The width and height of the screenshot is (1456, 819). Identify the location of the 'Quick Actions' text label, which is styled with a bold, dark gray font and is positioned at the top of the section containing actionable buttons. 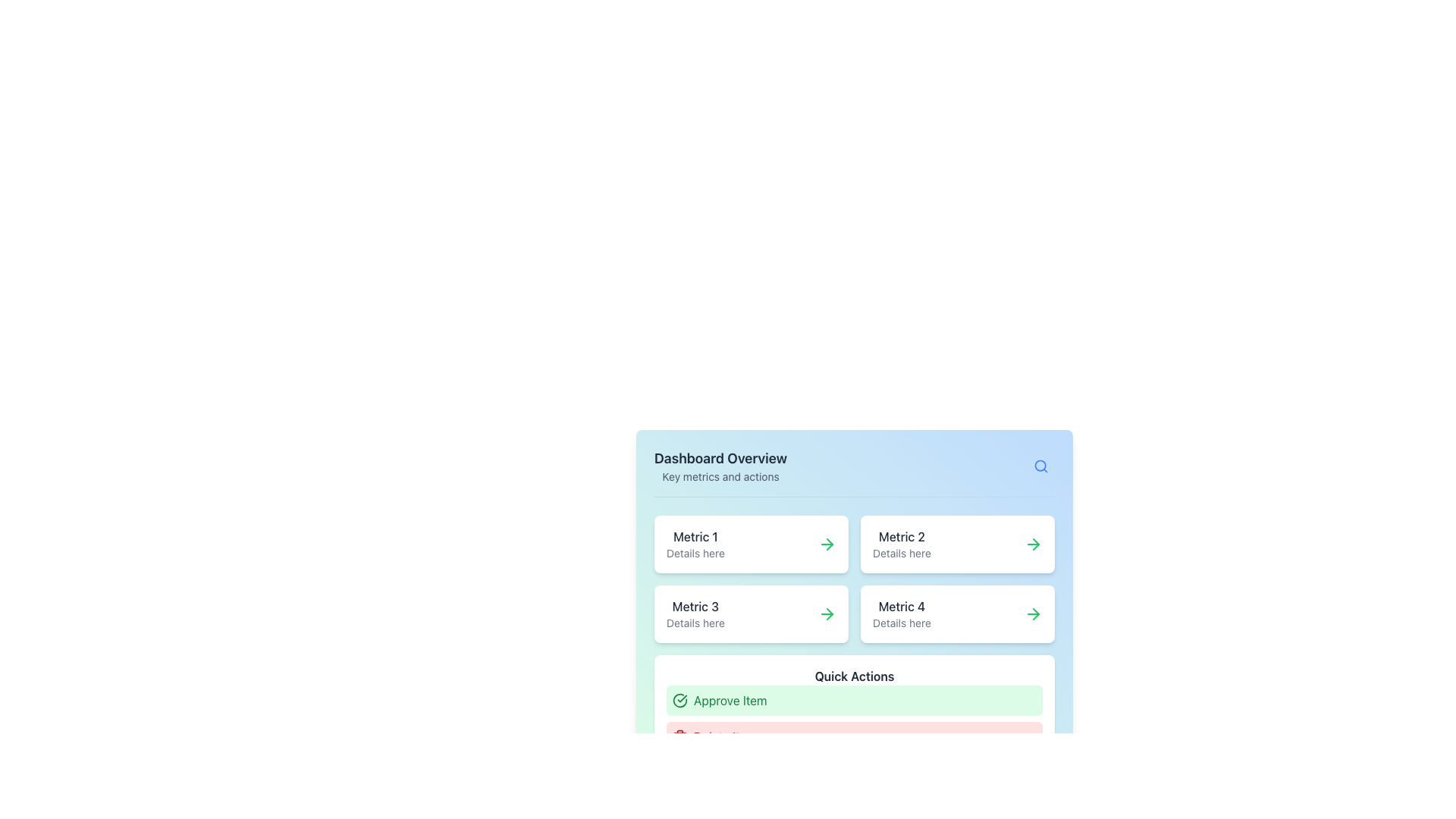
(855, 675).